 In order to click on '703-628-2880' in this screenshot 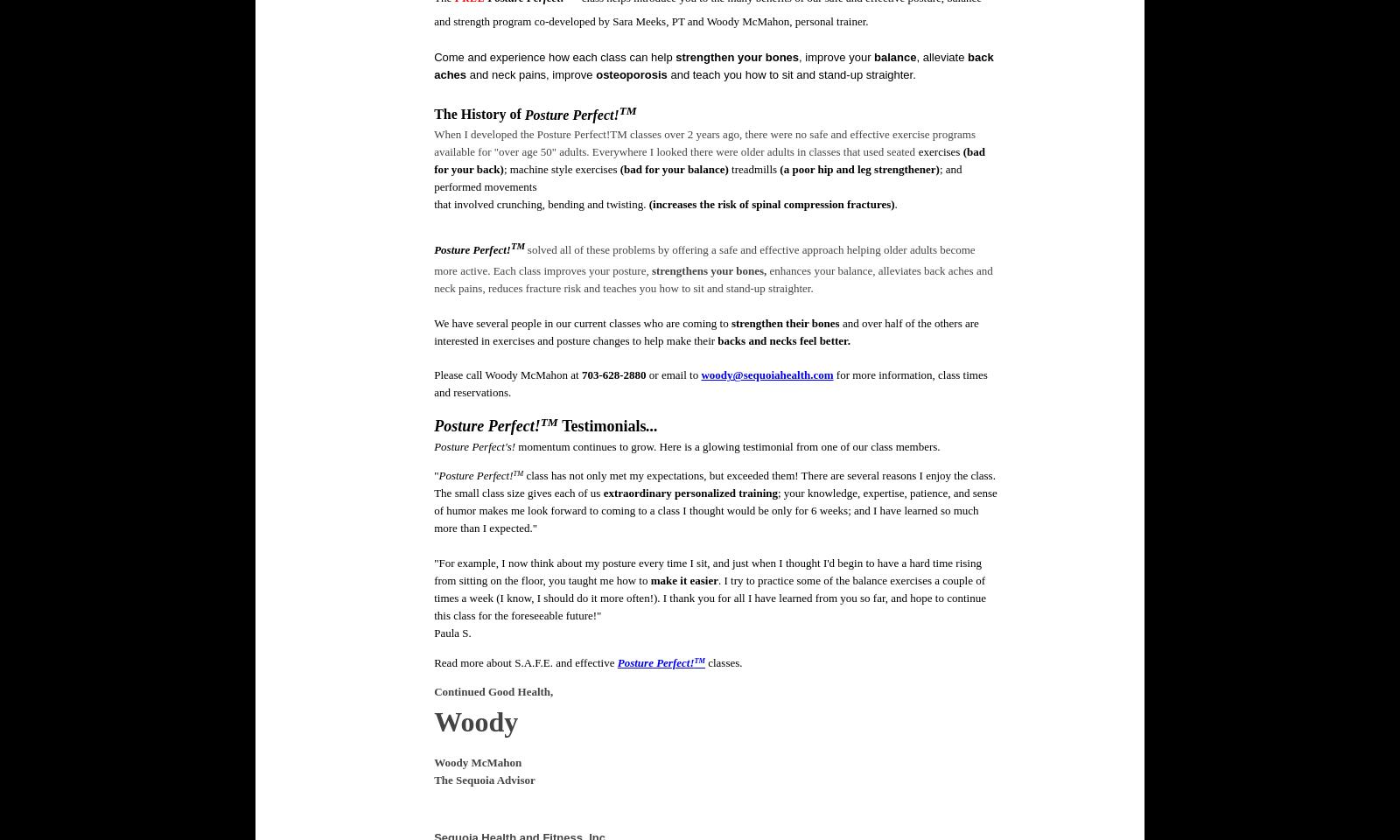, I will do `click(612, 374)`.